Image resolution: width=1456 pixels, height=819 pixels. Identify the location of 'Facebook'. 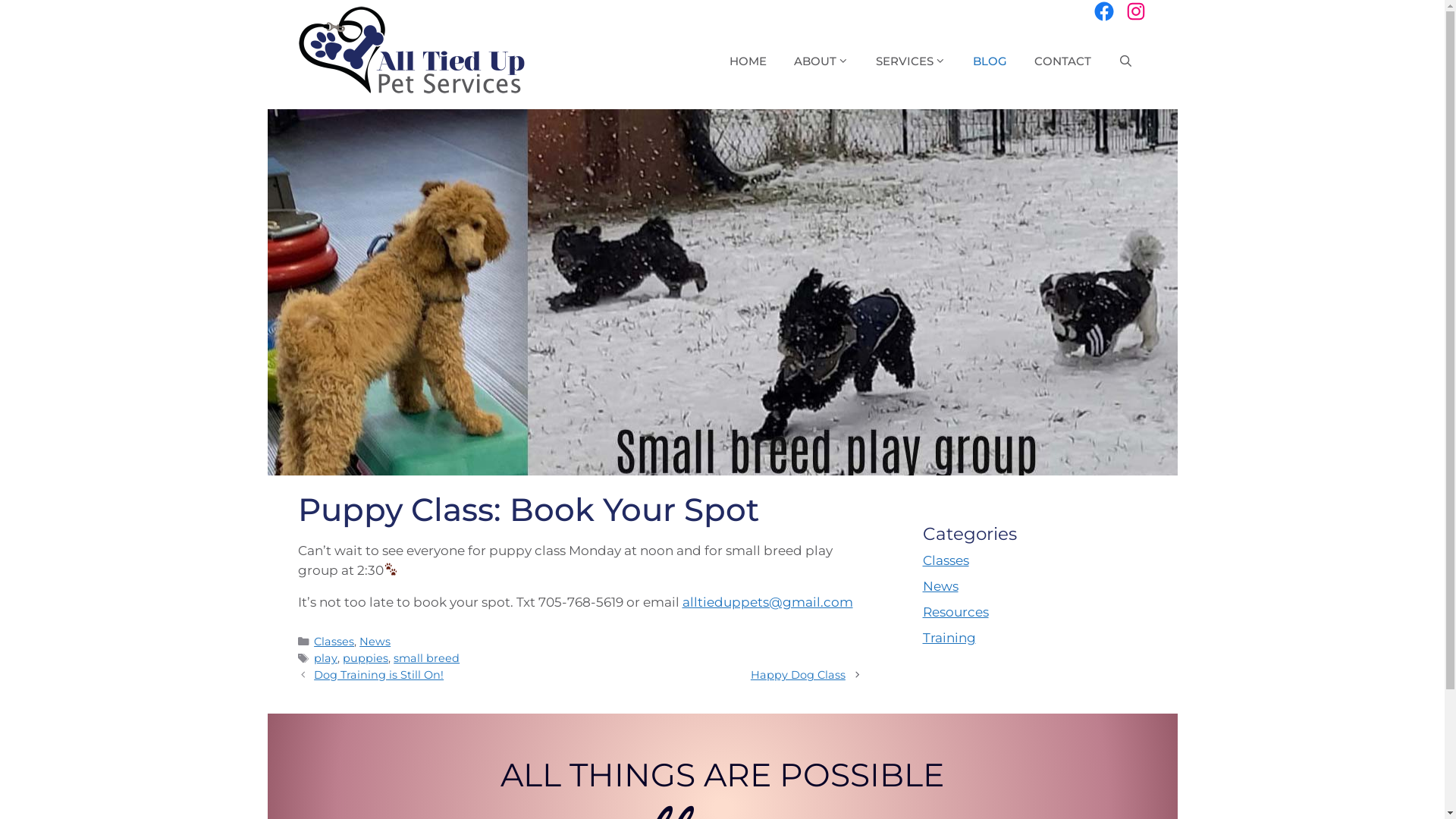
(1103, 11).